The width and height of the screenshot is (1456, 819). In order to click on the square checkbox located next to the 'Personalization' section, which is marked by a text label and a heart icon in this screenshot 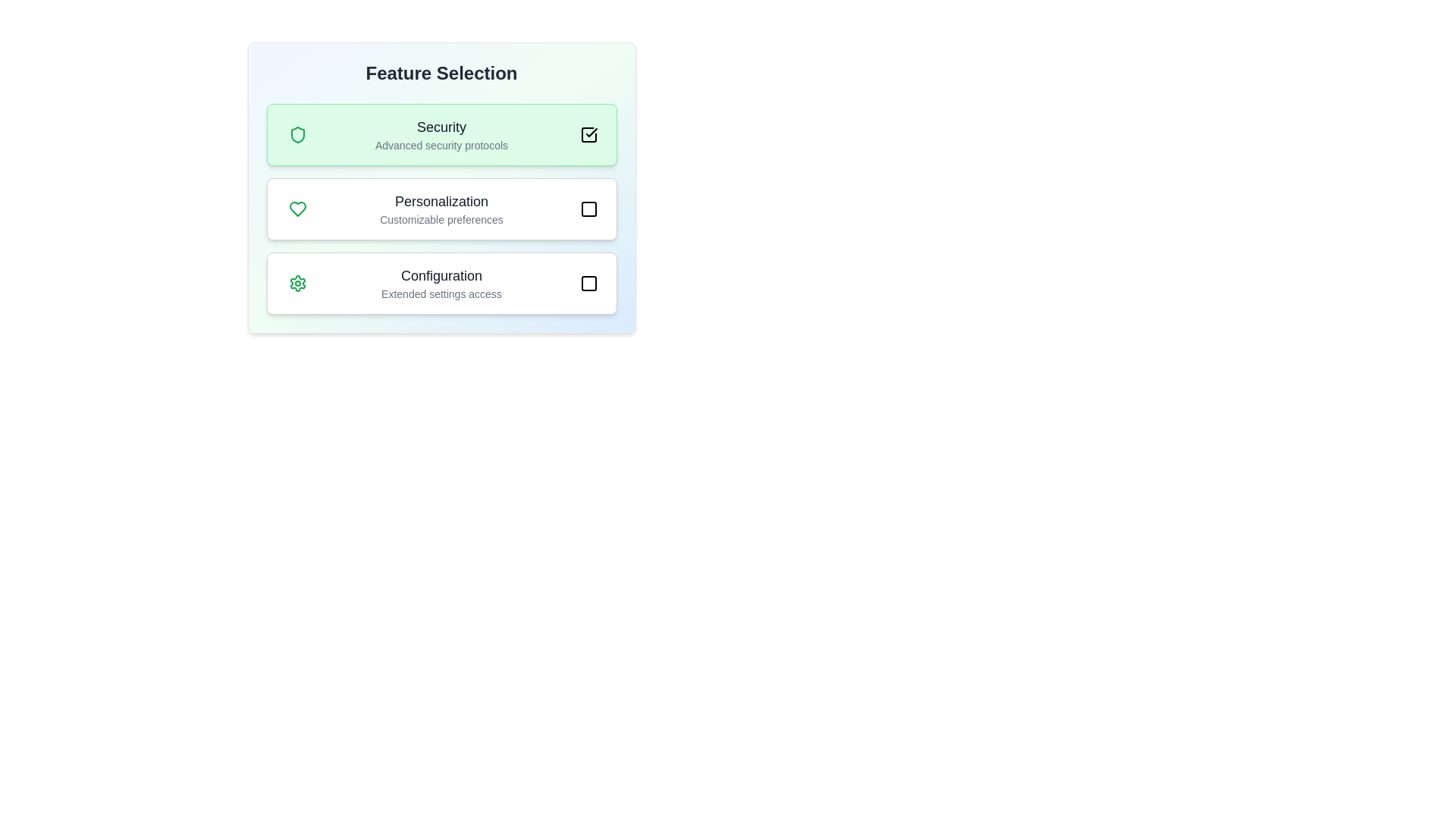, I will do `click(588, 209)`.